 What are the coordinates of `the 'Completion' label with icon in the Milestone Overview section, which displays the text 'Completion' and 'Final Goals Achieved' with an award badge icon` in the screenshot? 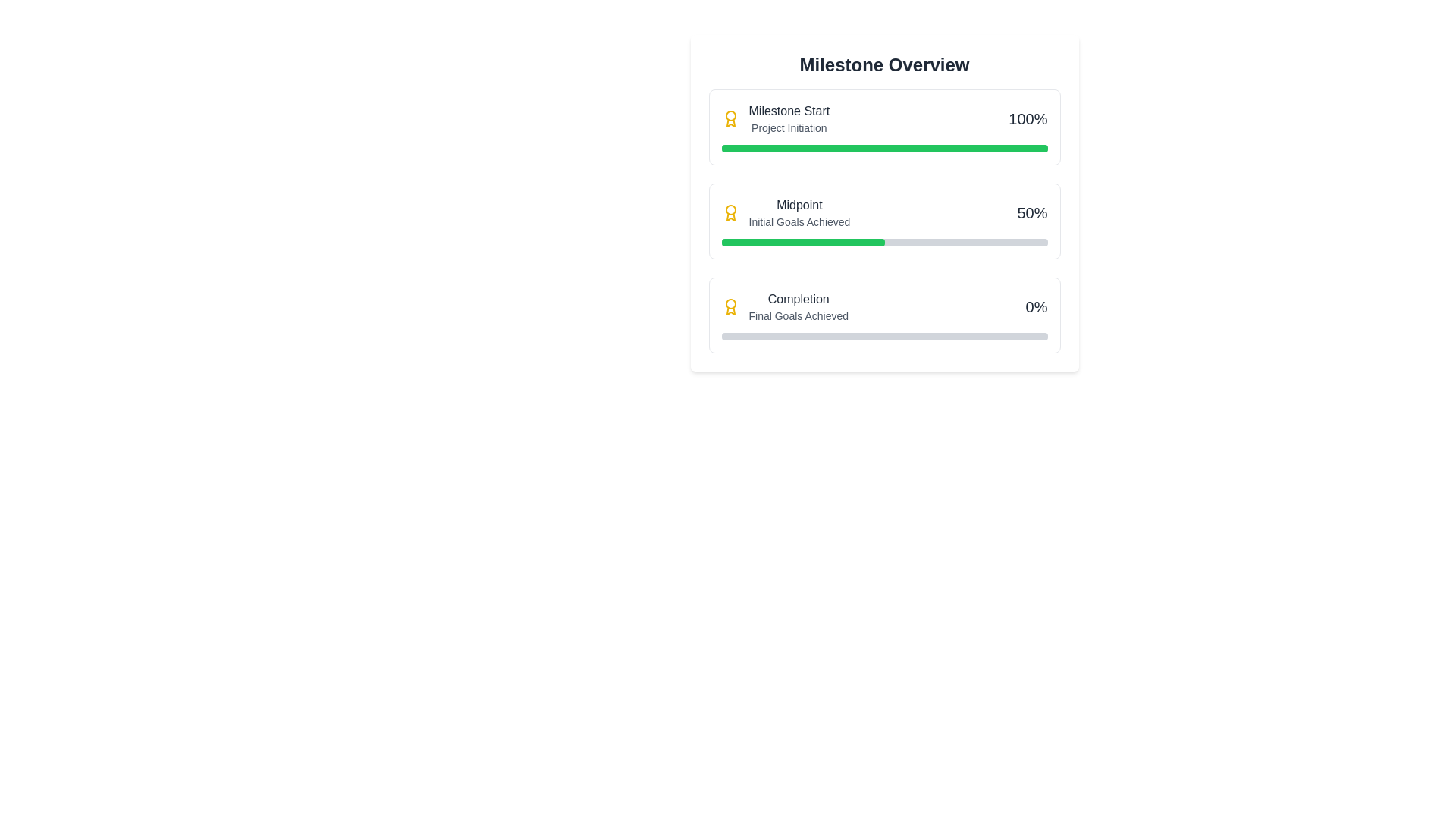 It's located at (785, 307).